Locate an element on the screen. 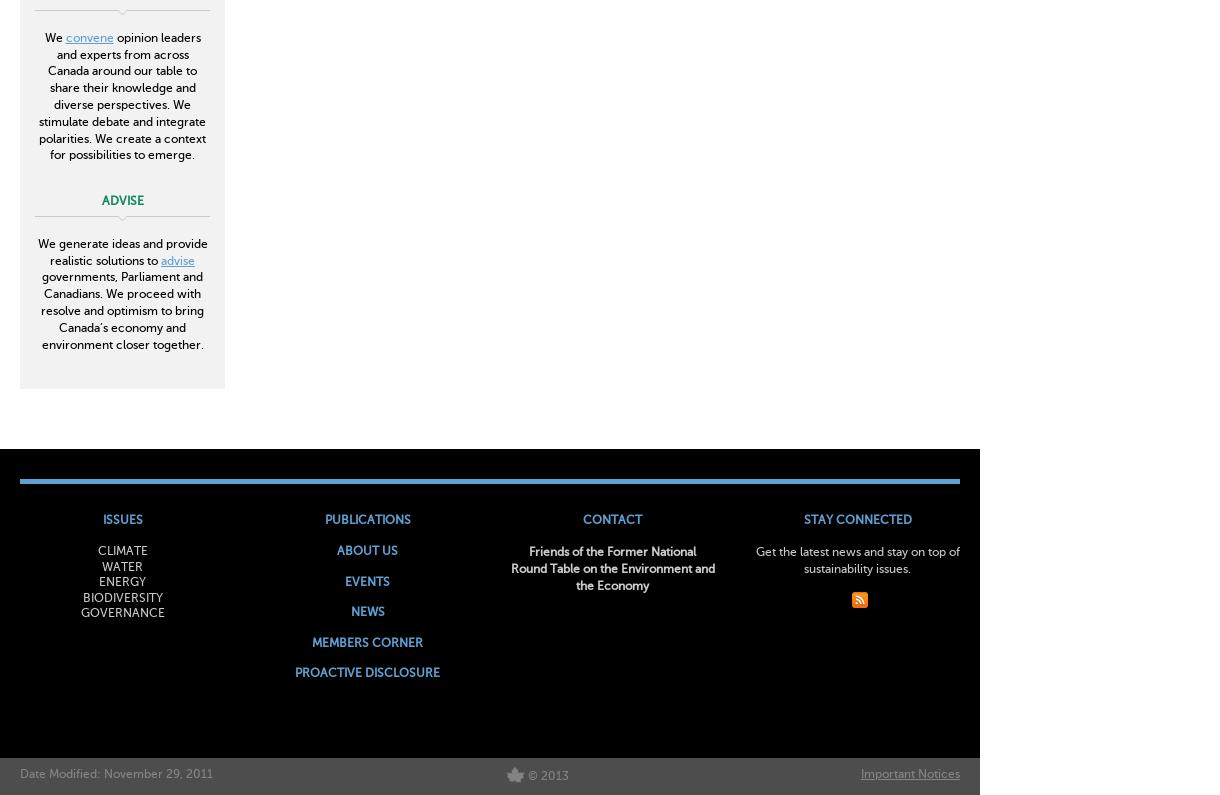 This screenshot has height=795, width=1220. 'We' is located at coordinates (53, 38).